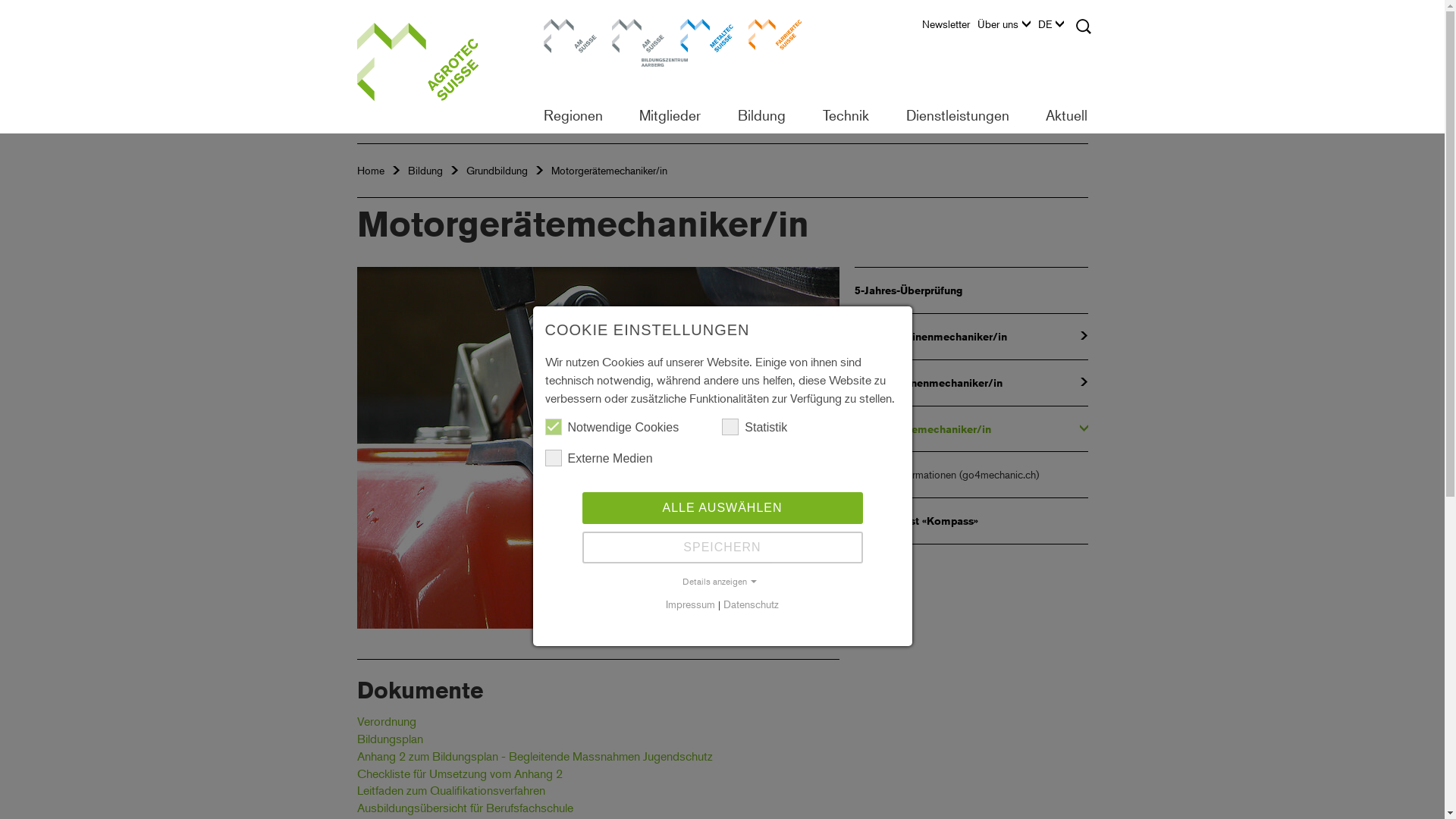 This screenshot has width=1456, height=819. What do you see at coordinates (722, 547) in the screenshot?
I see `'SPEICHERN'` at bounding box center [722, 547].